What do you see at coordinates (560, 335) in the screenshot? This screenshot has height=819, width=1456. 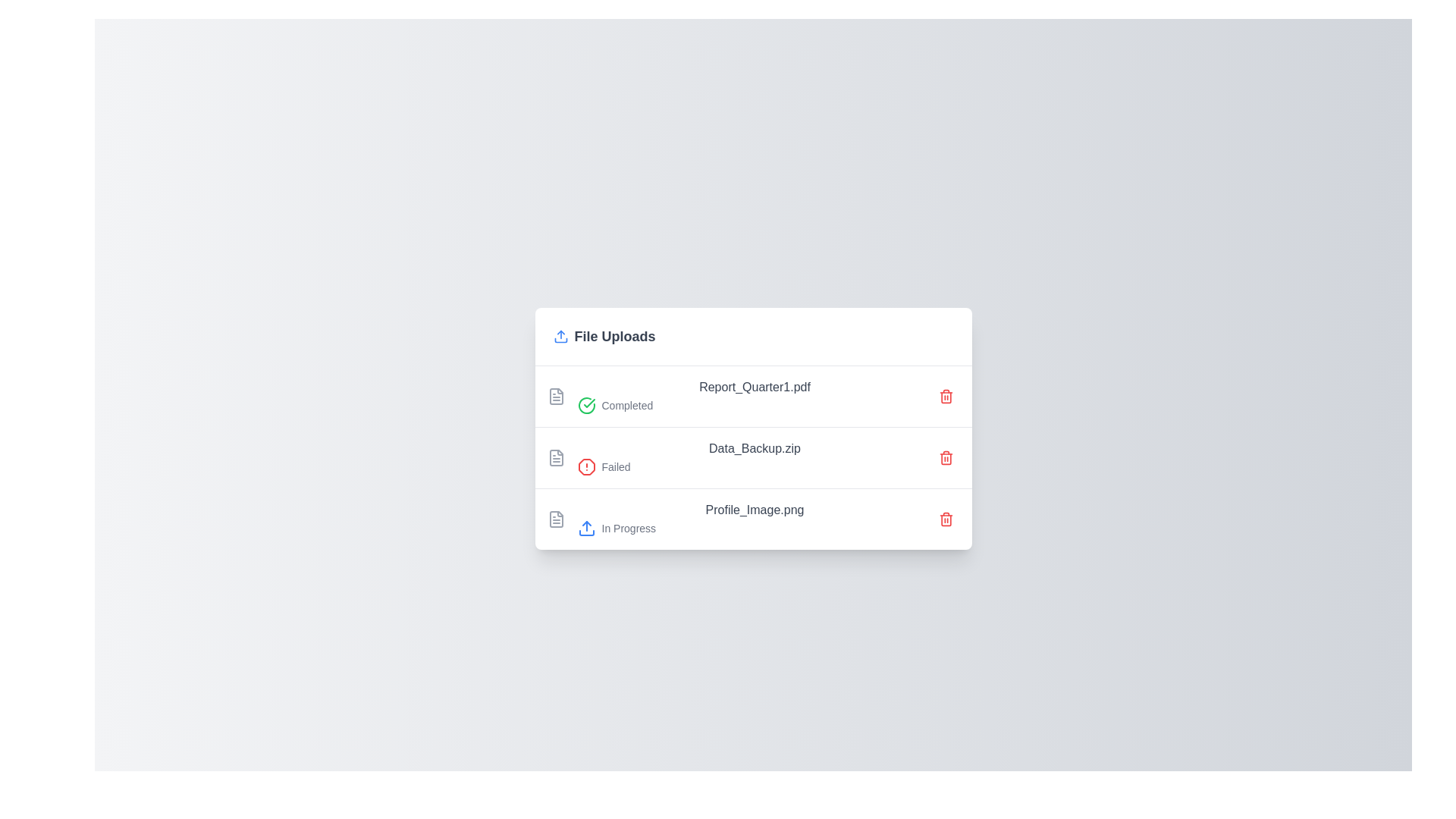 I see `the blue upward arrow icon located at the leftmost part of the 'File Uploads' header section, adjacent to its descriptive text` at bounding box center [560, 335].